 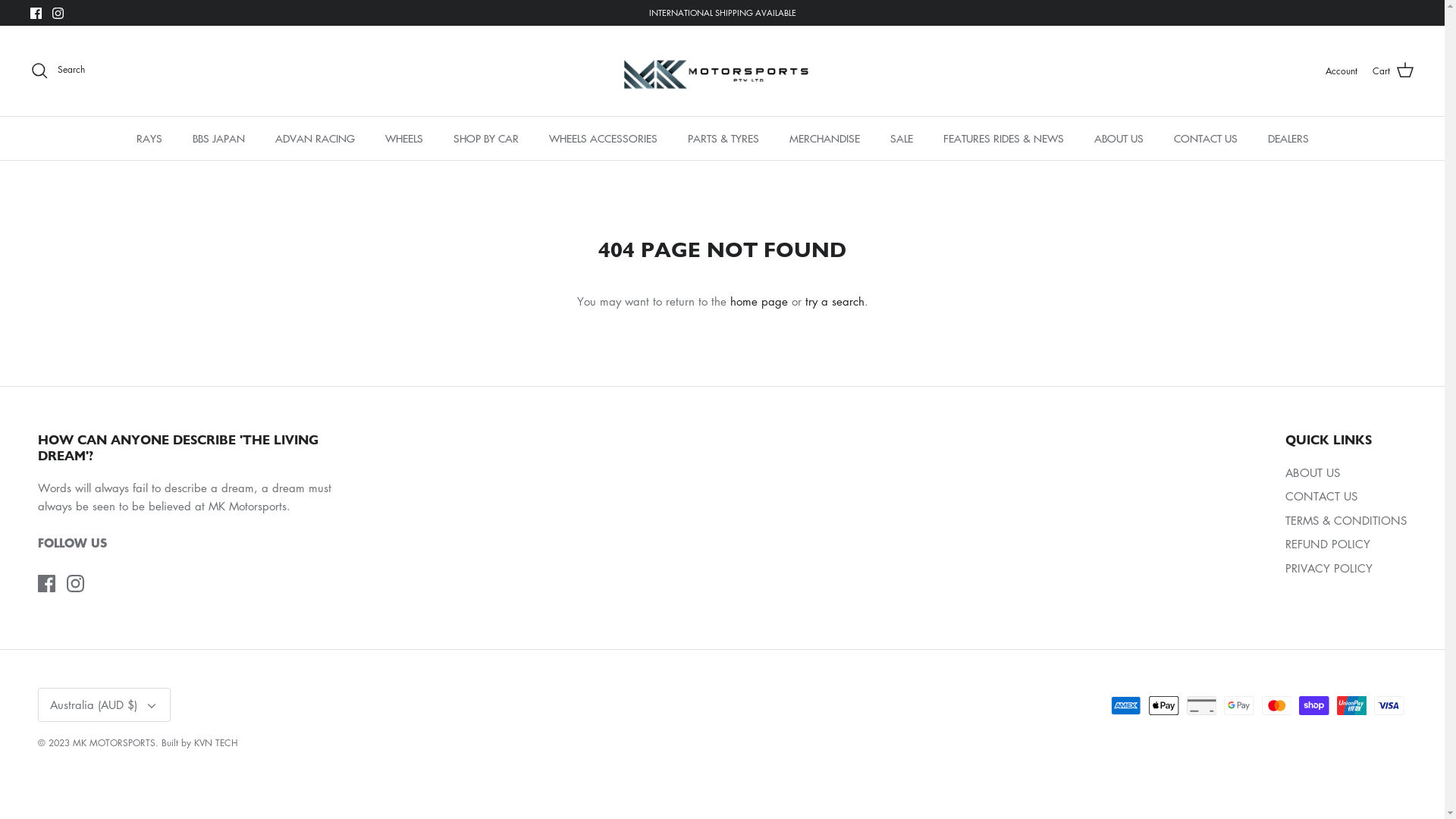 What do you see at coordinates (103, 704) in the screenshot?
I see `'Australia (AUD $)` at bounding box center [103, 704].